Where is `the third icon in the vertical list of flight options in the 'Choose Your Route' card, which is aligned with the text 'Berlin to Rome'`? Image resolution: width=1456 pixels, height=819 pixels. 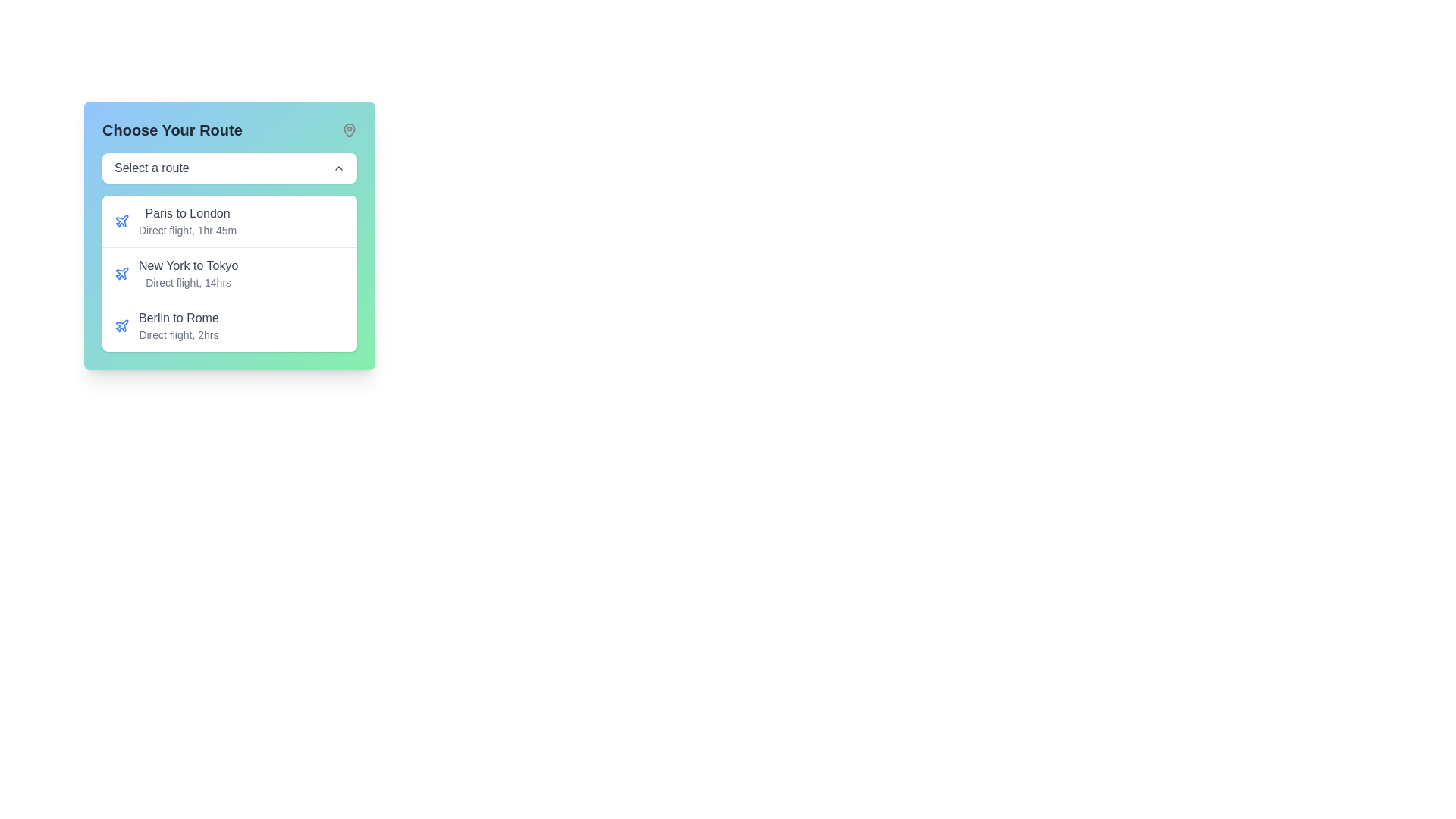 the third icon in the vertical list of flight options in the 'Choose Your Route' card, which is aligned with the text 'Berlin to Rome' is located at coordinates (122, 325).